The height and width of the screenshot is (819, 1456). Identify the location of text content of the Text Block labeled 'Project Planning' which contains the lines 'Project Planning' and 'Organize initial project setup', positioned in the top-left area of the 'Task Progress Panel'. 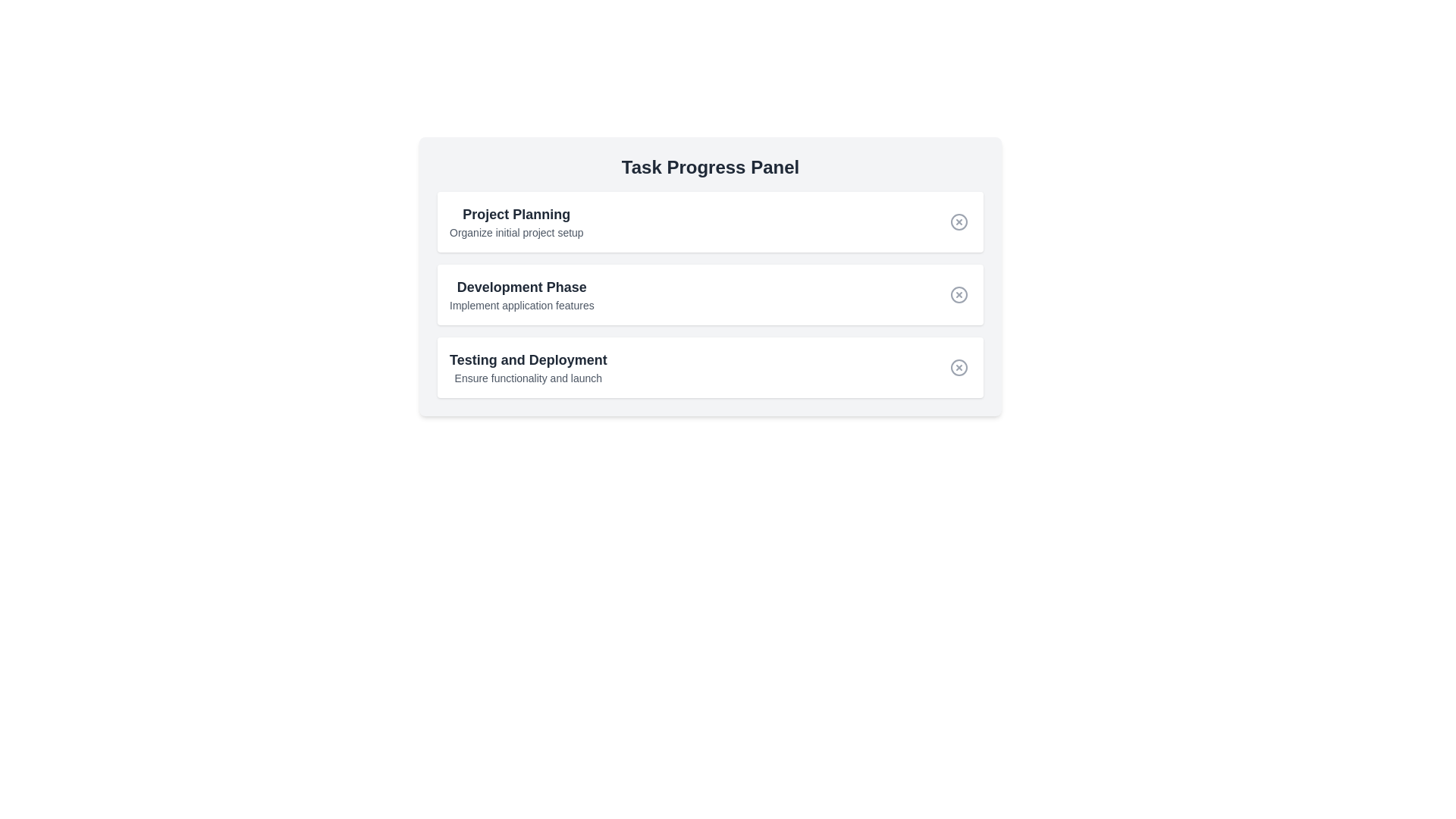
(516, 222).